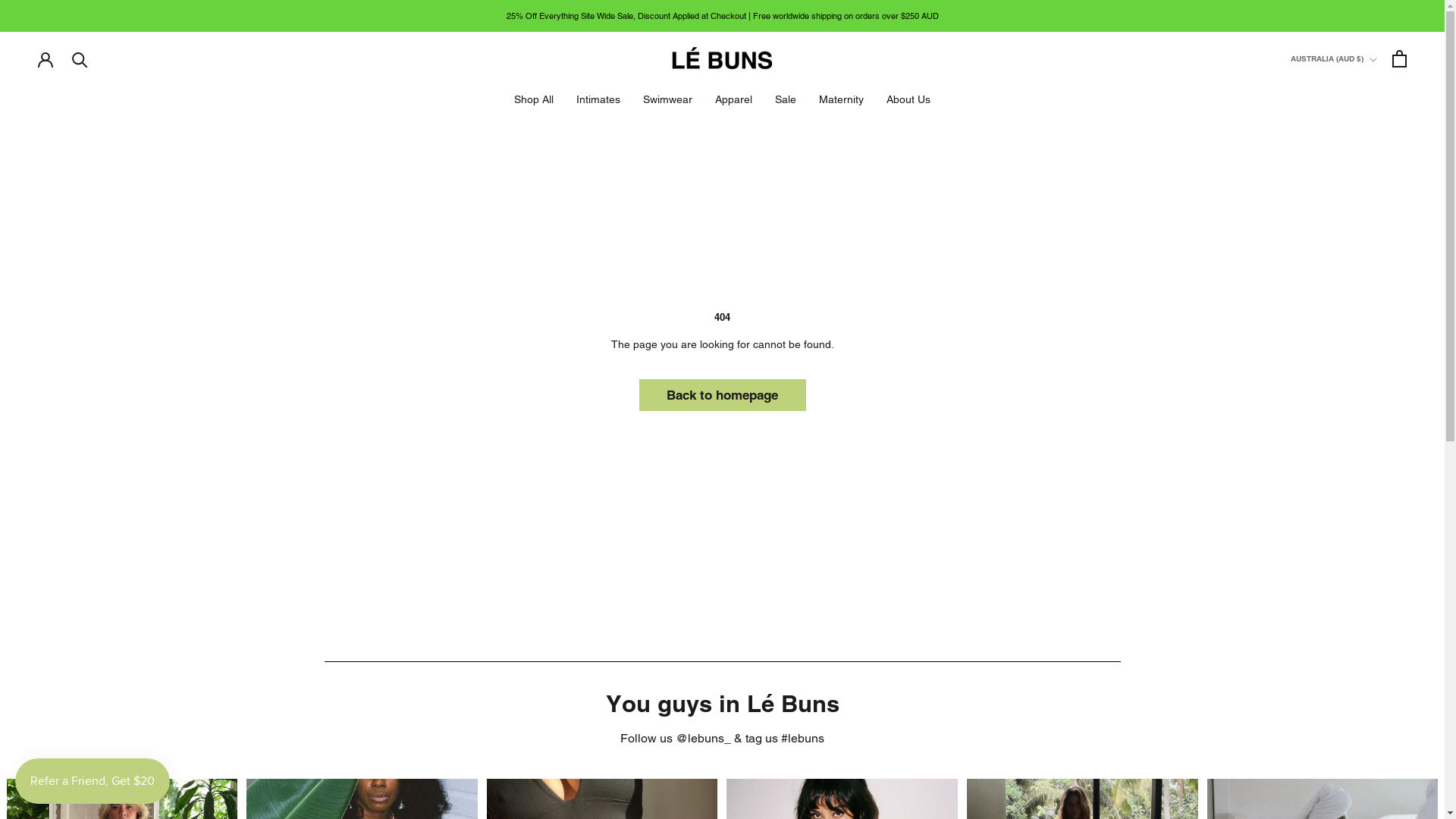 The width and height of the screenshot is (1456, 819). Describe the element at coordinates (14, 780) in the screenshot. I see `'Smile.io Rewards Program Launcher'` at that location.